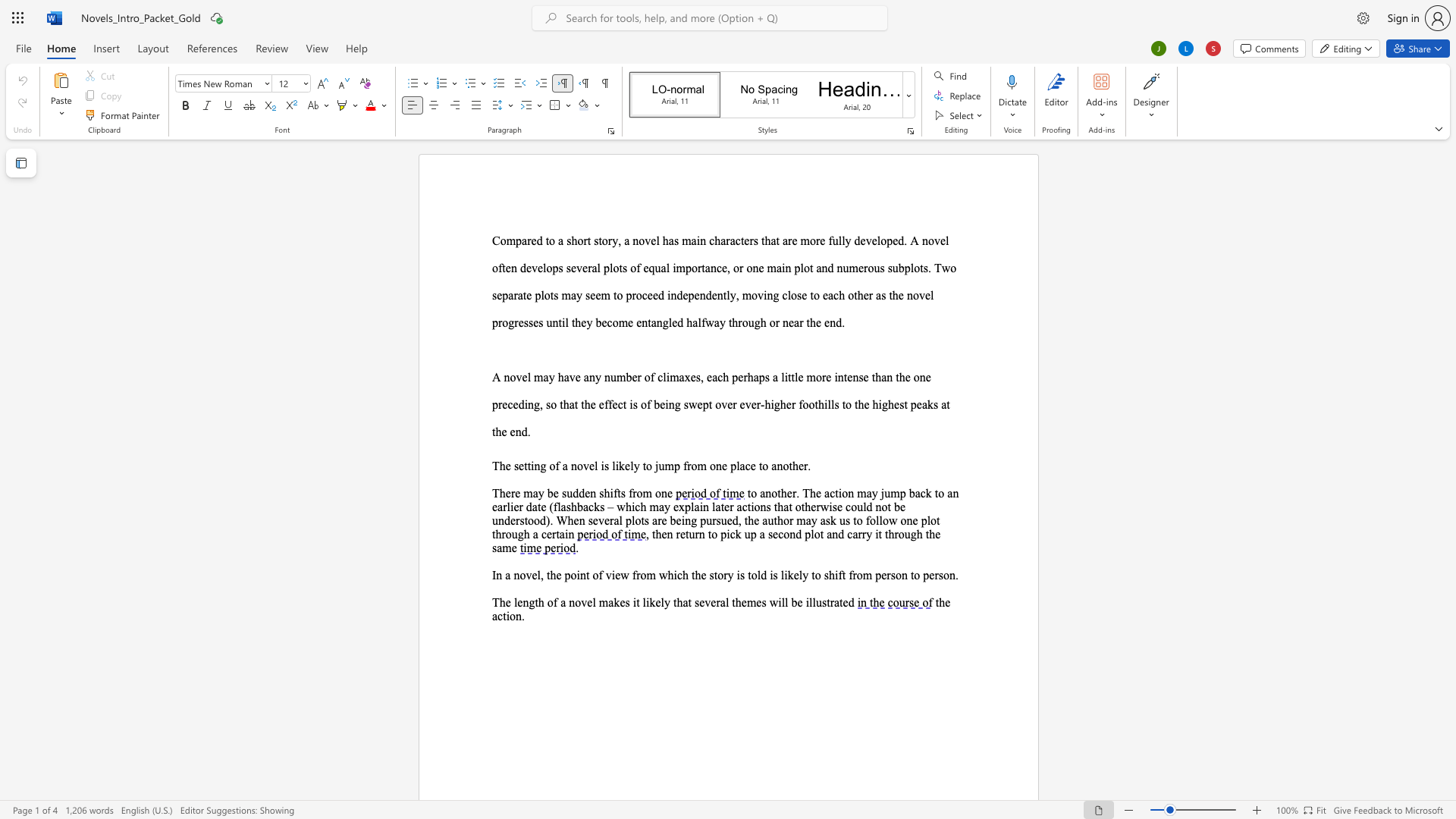 The image size is (1456, 819). Describe the element at coordinates (499, 295) in the screenshot. I see `the 1th character "e" in the text` at that location.